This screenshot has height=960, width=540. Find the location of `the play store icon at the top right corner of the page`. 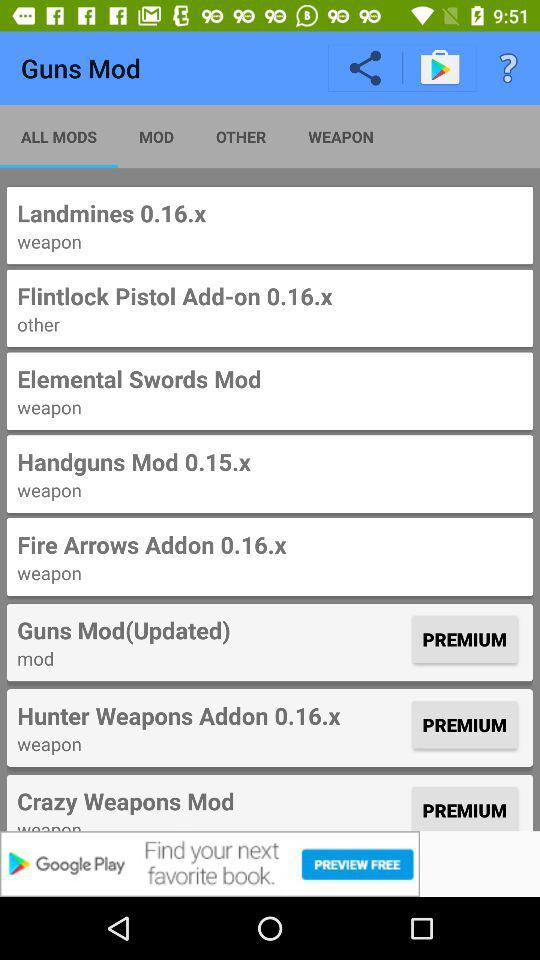

the play store icon at the top right corner of the page is located at coordinates (438, 67).